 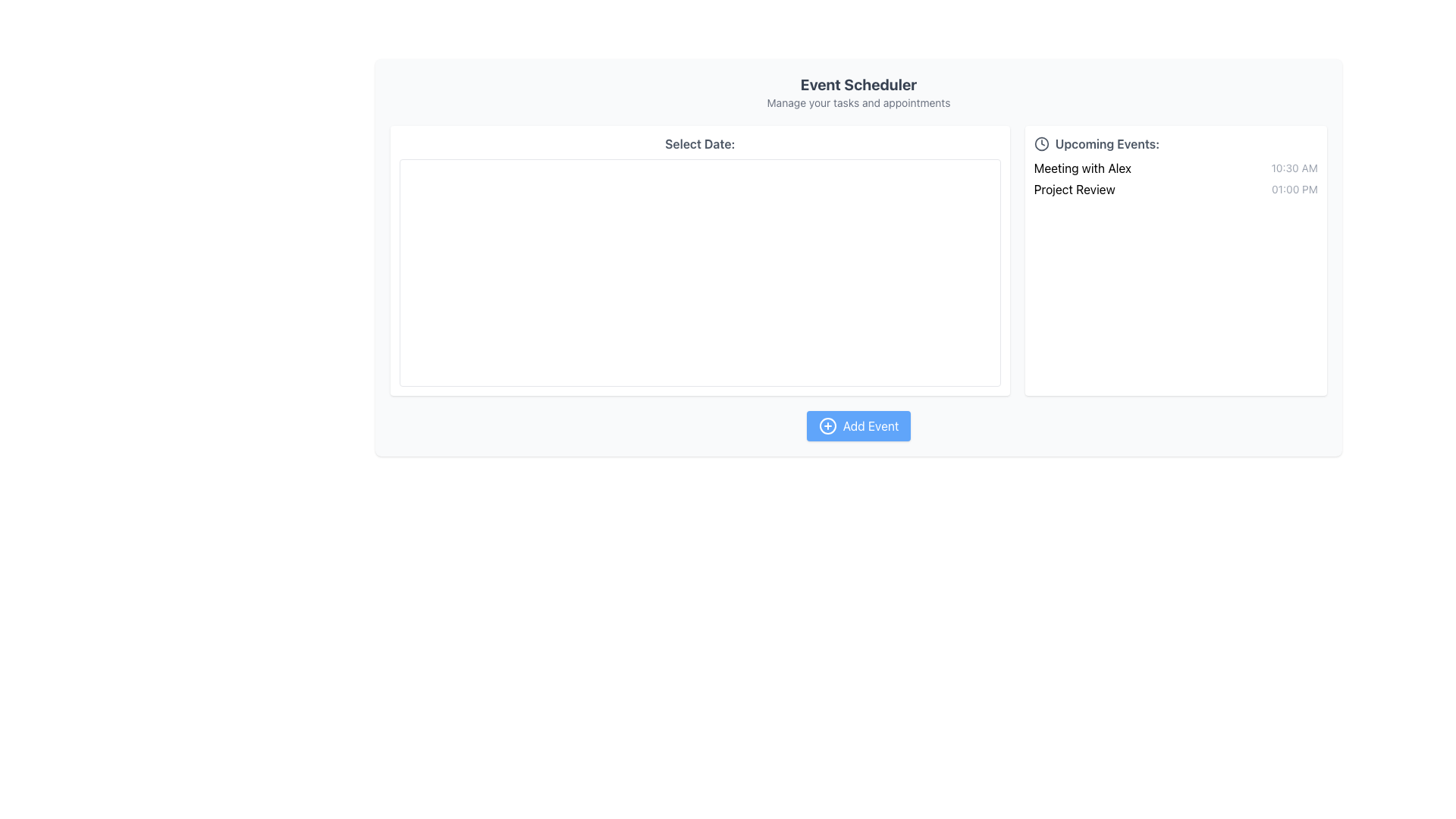 What do you see at coordinates (699, 143) in the screenshot?
I see `text from the Text Label indicating the purpose of the section below it, which is related to selecting a date` at bounding box center [699, 143].